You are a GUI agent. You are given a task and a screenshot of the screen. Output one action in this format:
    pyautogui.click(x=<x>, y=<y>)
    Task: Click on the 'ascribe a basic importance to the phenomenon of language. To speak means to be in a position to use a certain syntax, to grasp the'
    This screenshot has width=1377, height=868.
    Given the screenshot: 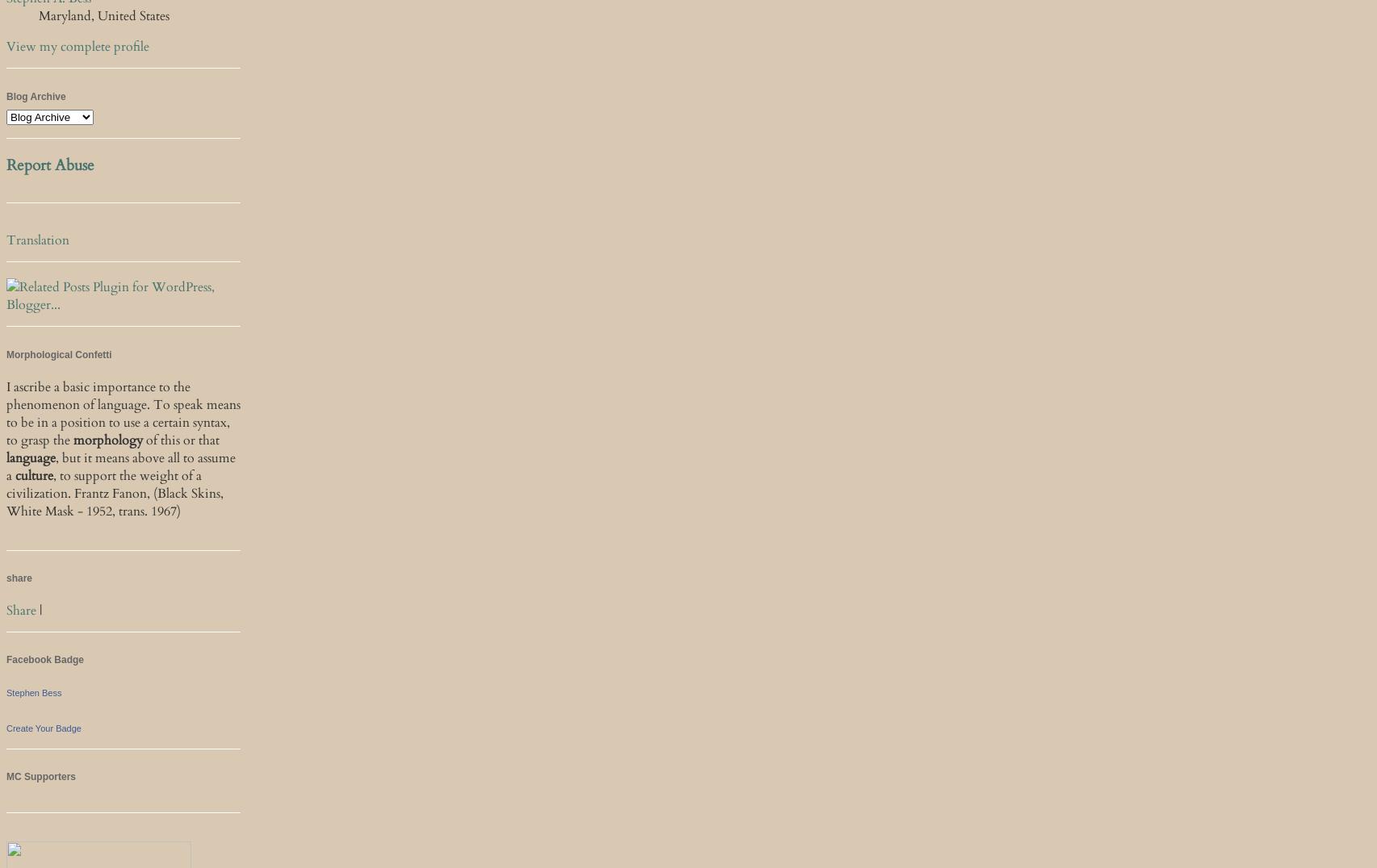 What is the action you would take?
    pyautogui.click(x=123, y=412)
    